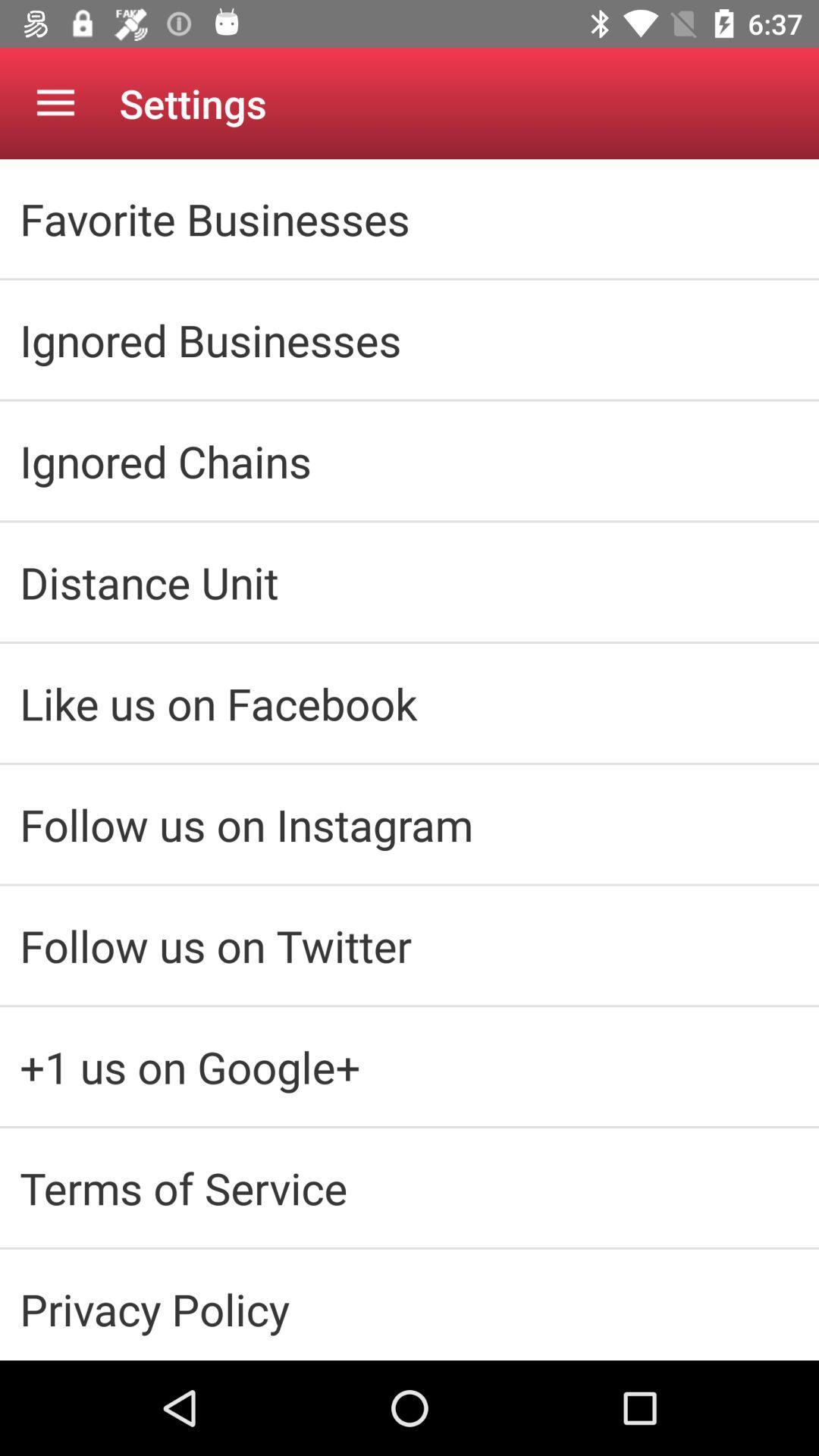 The image size is (819, 1456). I want to click on ignored chains icon, so click(409, 460).